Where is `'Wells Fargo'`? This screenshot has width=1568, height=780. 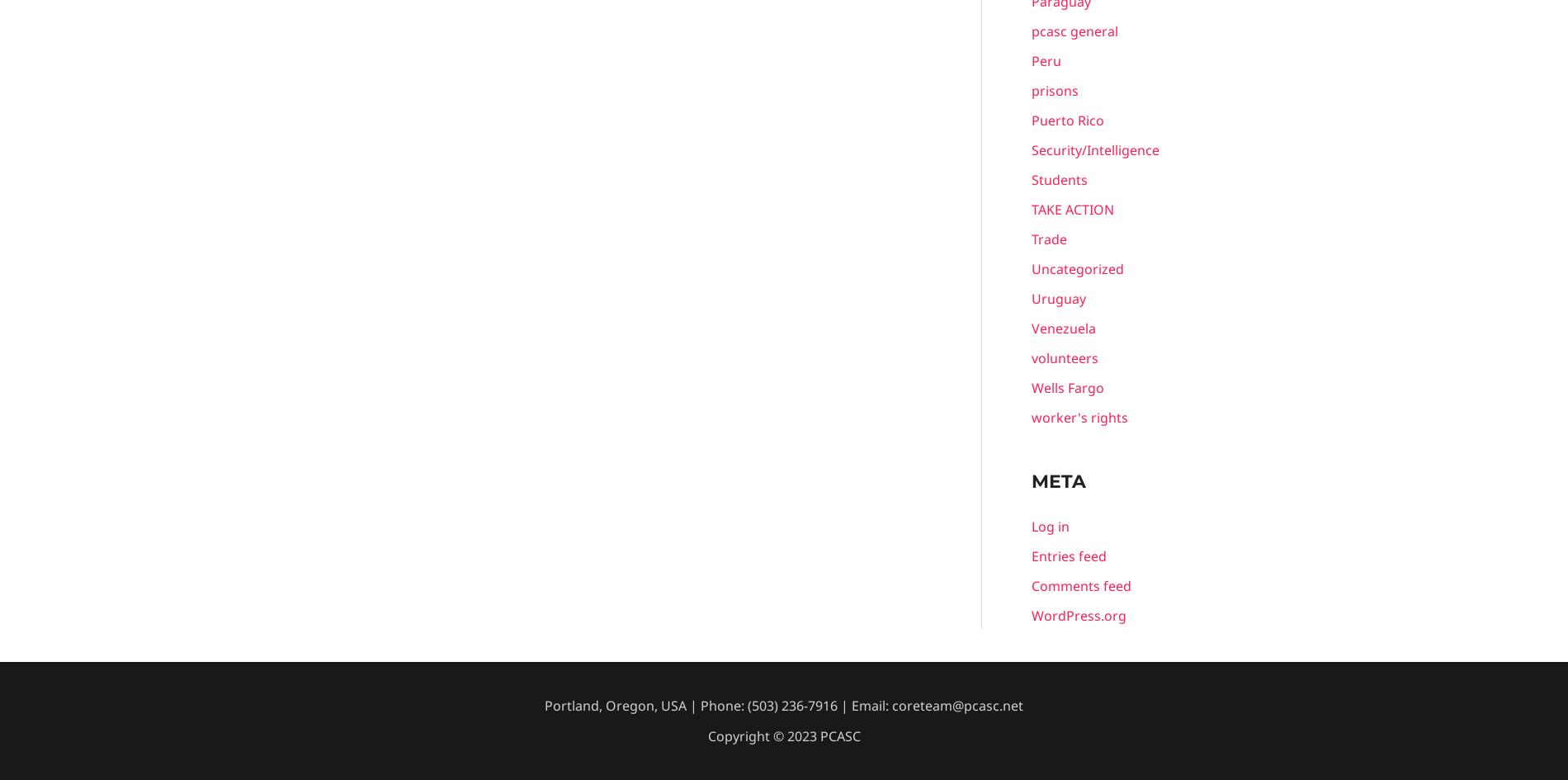 'Wells Fargo' is located at coordinates (1067, 388).